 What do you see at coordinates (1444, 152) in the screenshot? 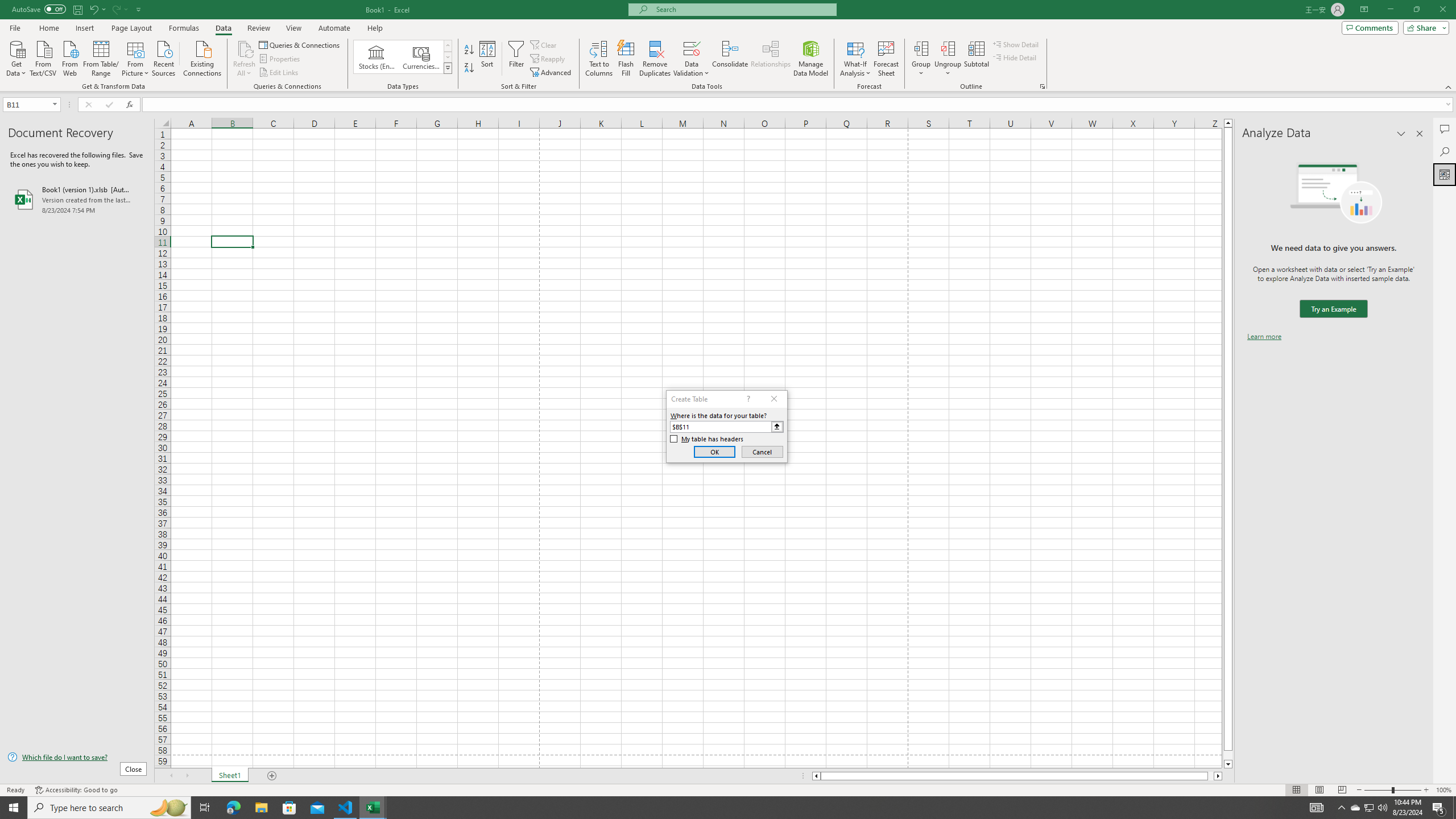
I see `'Search'` at bounding box center [1444, 152].